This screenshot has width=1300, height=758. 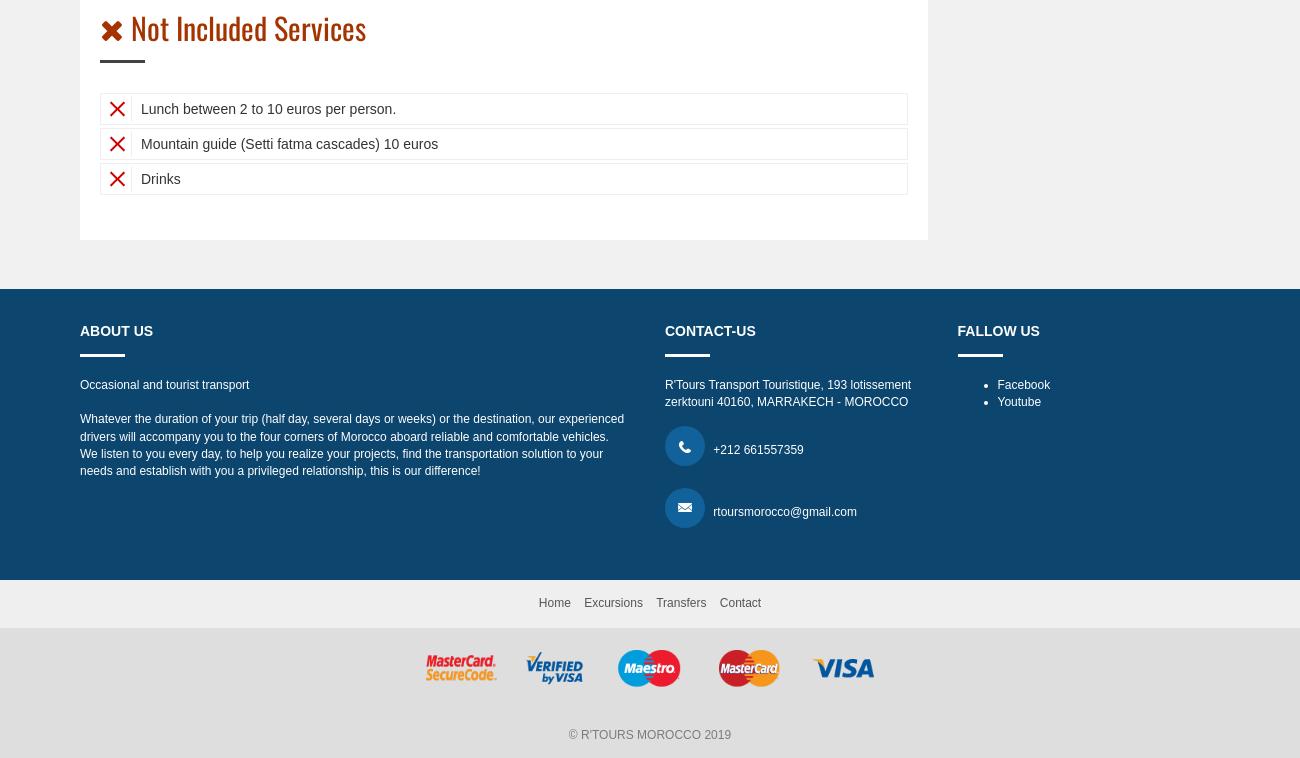 What do you see at coordinates (710, 449) in the screenshot?
I see `'+212 661557359'` at bounding box center [710, 449].